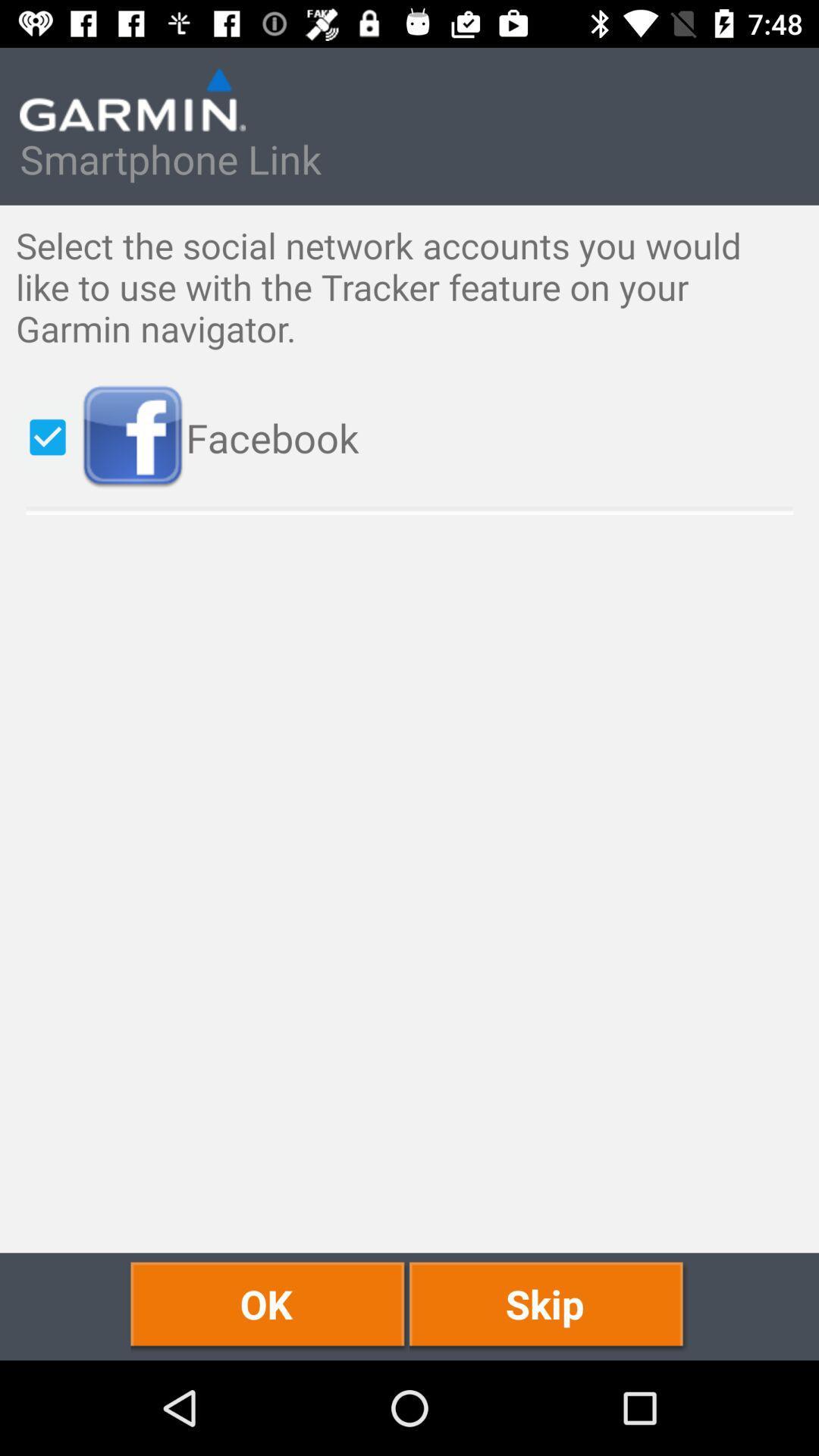  What do you see at coordinates (46, 436) in the screenshot?
I see `icon to the left of the facebook` at bounding box center [46, 436].